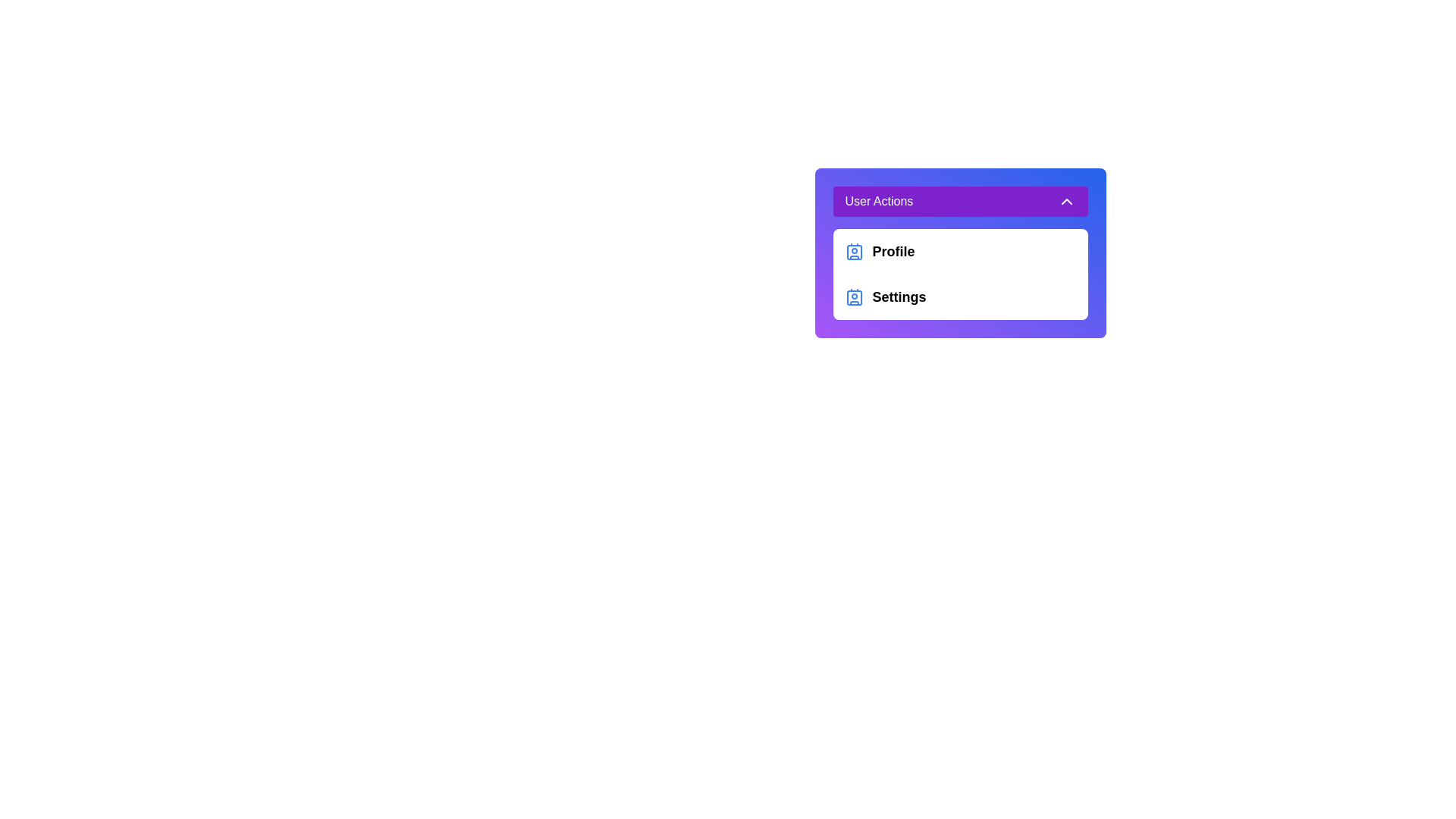  What do you see at coordinates (899, 297) in the screenshot?
I see `the 'Settings' text label in the 'User Actions' dropdown menu, which is styled in bold and is located to the right of the blue contact card icon` at bounding box center [899, 297].